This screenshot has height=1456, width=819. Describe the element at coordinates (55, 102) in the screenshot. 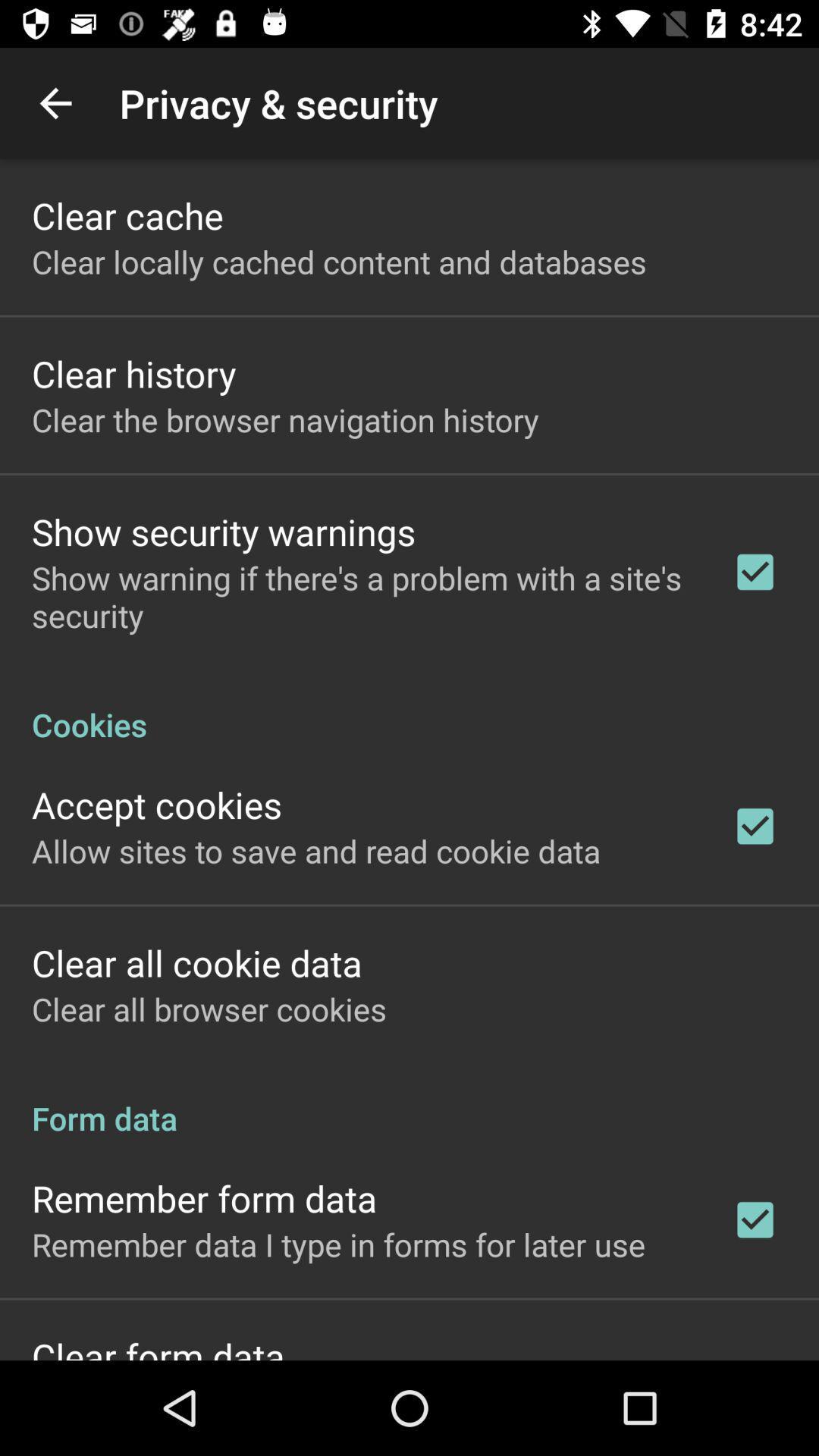

I see `icon to the left of privacy & security item` at that location.